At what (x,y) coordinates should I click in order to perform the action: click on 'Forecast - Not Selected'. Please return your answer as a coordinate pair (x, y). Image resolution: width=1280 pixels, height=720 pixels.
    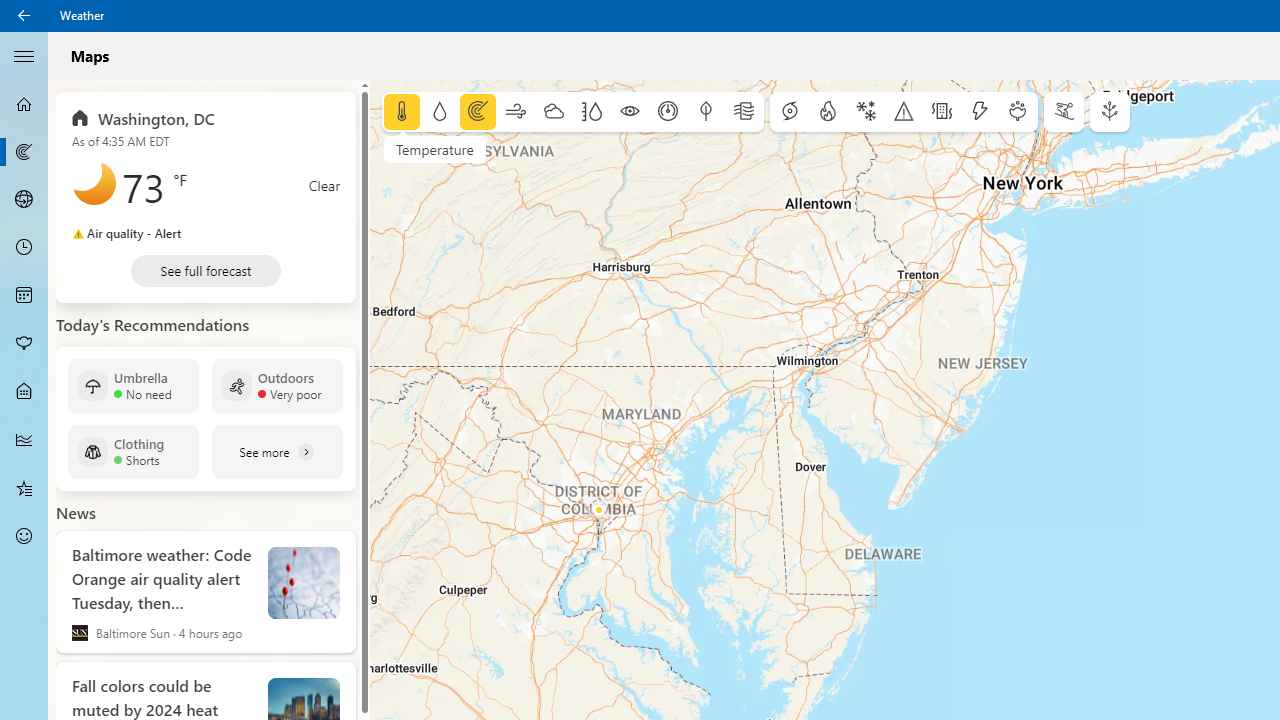
    Looking at the image, I should click on (24, 104).